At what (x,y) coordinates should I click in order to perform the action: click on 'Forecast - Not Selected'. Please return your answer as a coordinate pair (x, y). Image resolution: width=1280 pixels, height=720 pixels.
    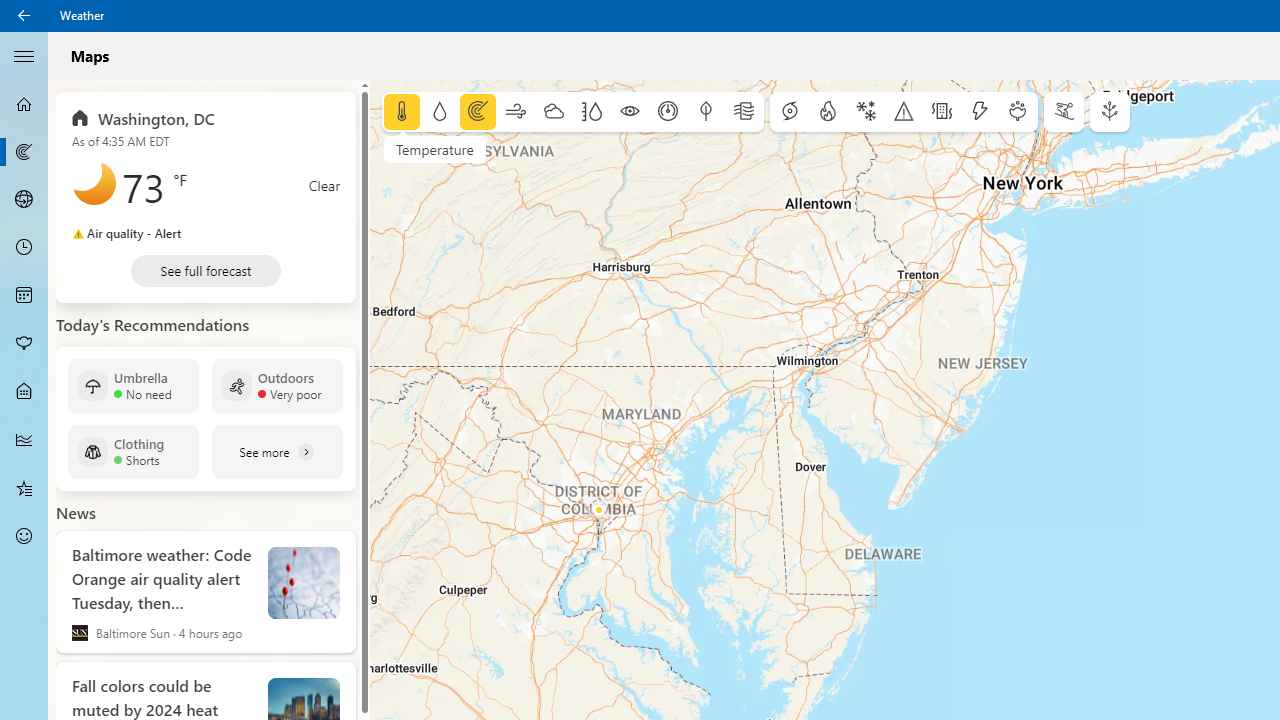
    Looking at the image, I should click on (24, 104).